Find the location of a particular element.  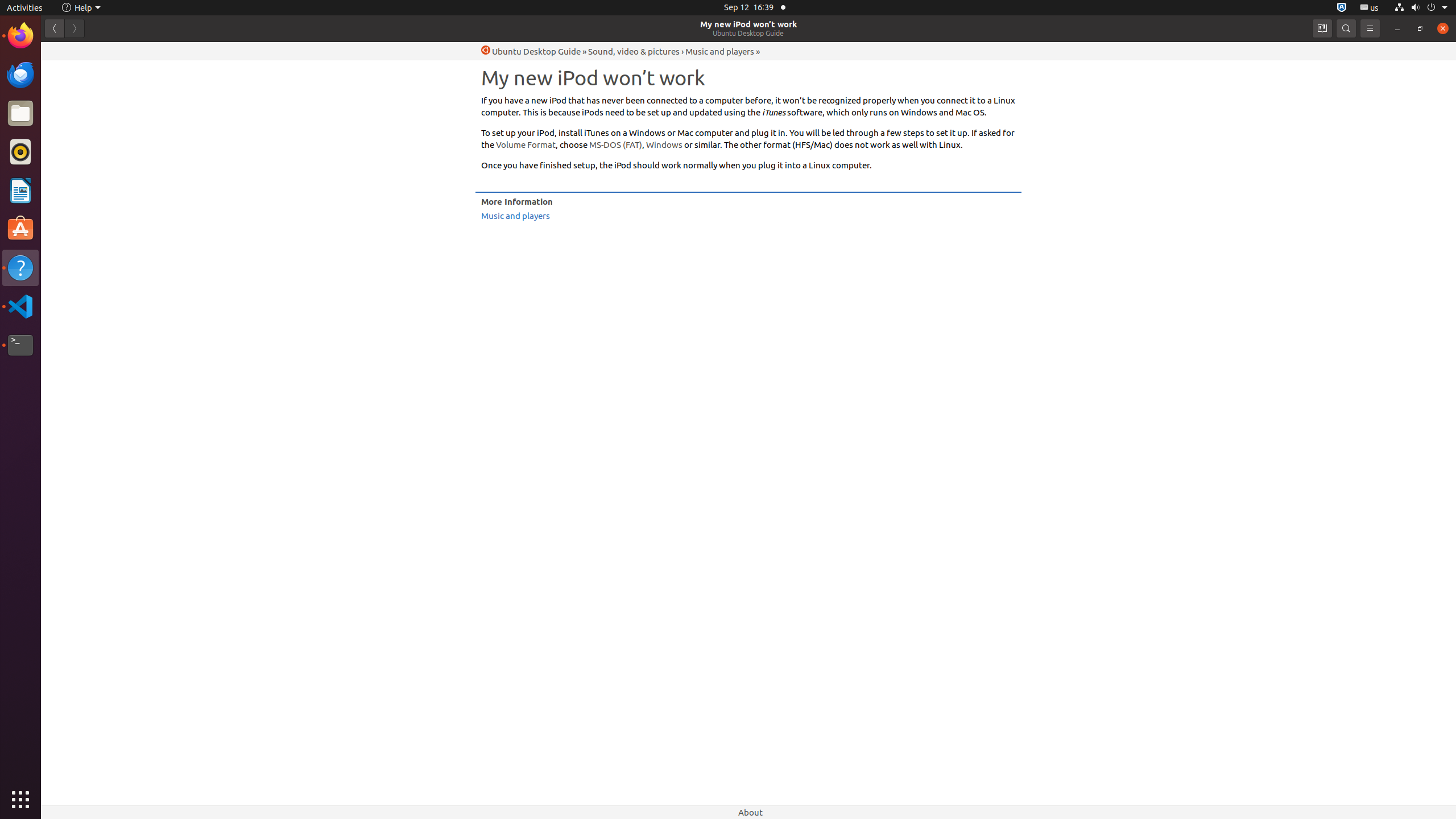

'Sound, video & pictures' is located at coordinates (633, 51).